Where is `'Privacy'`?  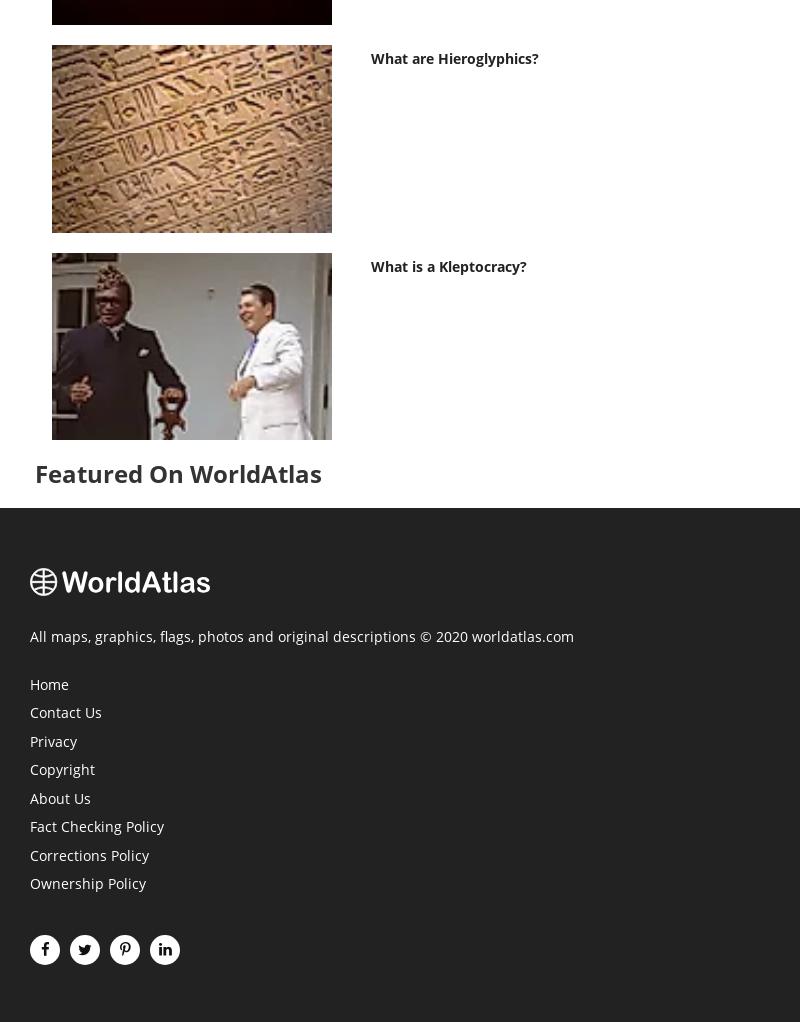
'Privacy' is located at coordinates (30, 739).